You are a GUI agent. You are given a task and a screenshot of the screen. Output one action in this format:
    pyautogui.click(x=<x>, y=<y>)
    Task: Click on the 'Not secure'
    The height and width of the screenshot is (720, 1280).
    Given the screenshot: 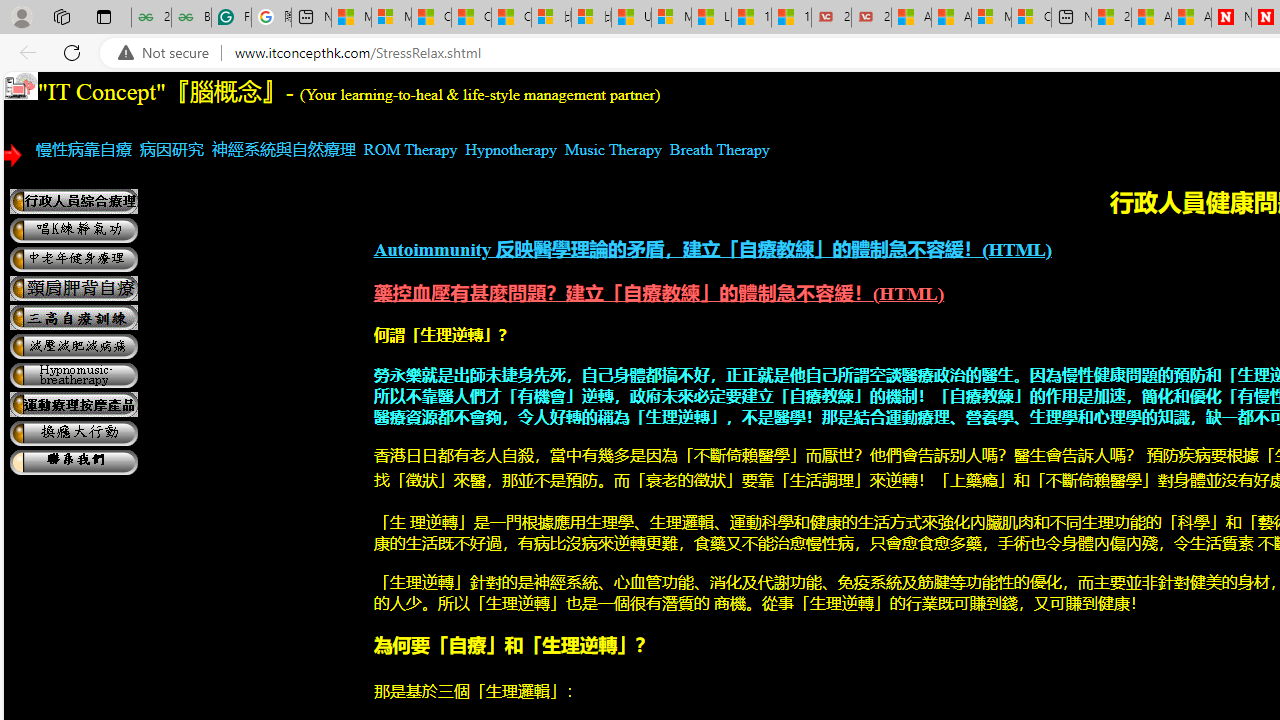 What is the action you would take?
    pyautogui.click(x=168, y=52)
    